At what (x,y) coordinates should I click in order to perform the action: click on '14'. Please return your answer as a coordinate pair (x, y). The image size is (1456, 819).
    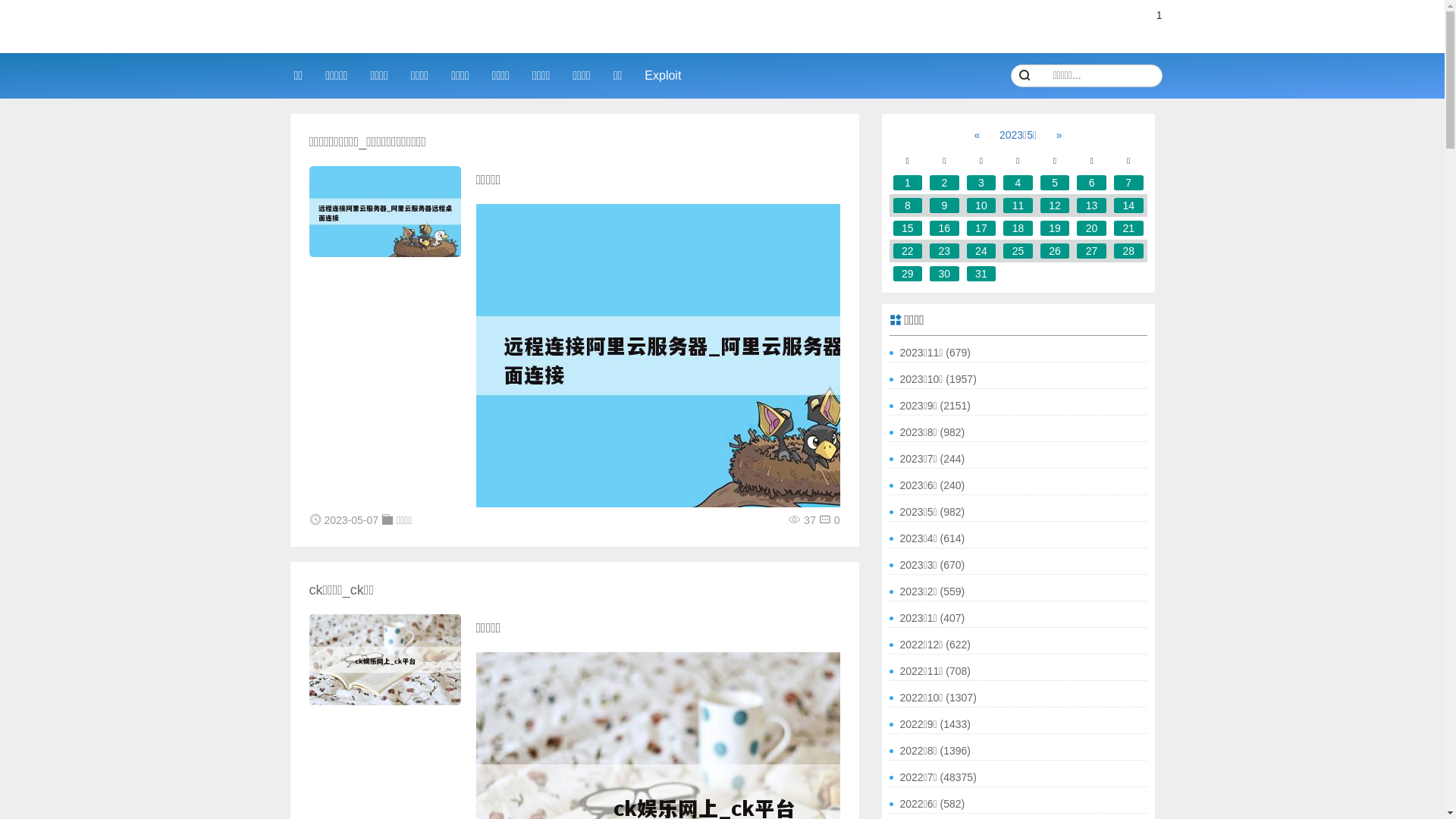
    Looking at the image, I should click on (1128, 205).